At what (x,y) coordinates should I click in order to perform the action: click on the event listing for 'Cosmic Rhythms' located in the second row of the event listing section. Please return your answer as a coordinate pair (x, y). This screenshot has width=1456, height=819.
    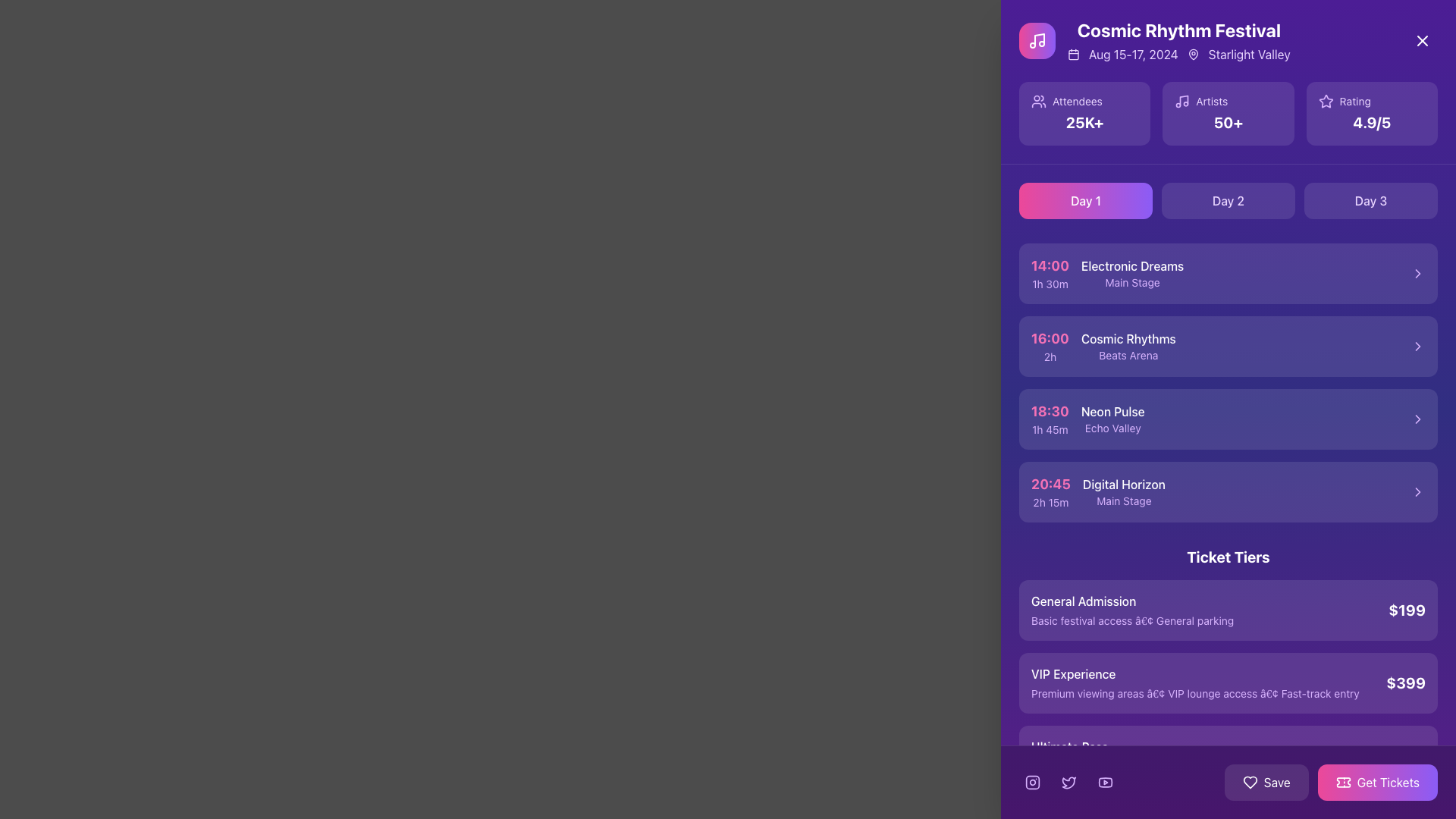
    Looking at the image, I should click on (1228, 346).